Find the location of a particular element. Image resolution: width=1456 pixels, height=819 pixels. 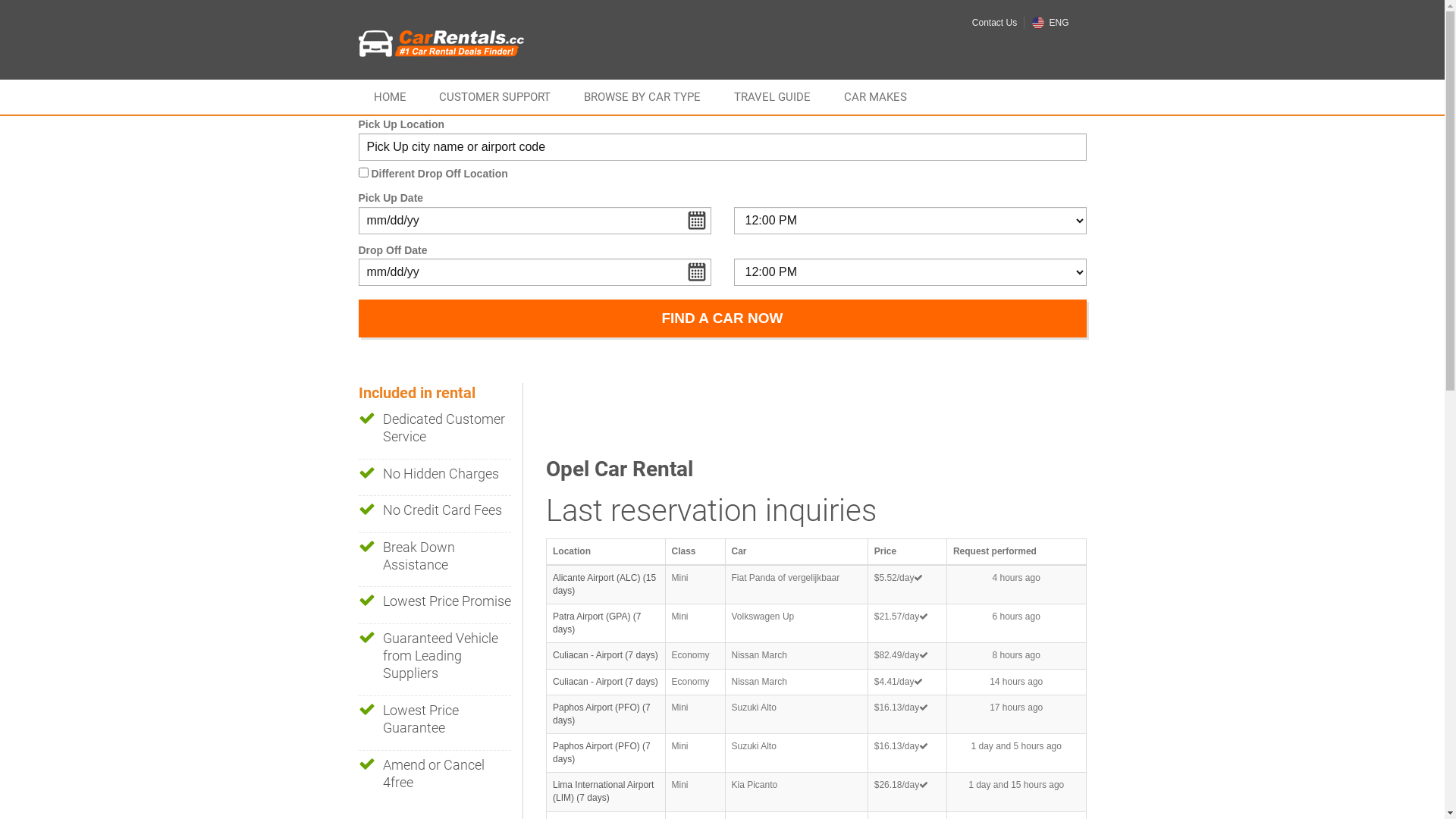

'en' is located at coordinates (1031, 23).